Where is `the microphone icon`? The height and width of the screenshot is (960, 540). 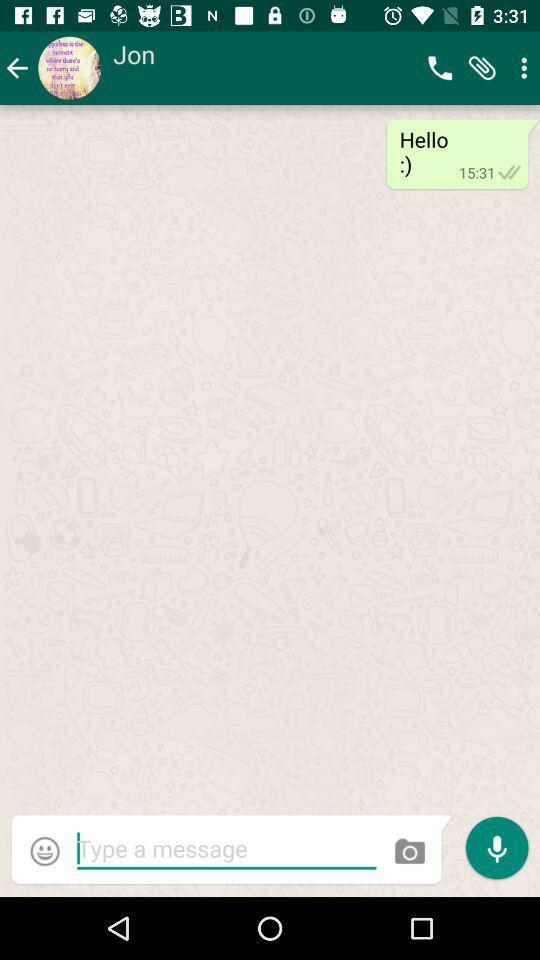
the microphone icon is located at coordinates (496, 848).